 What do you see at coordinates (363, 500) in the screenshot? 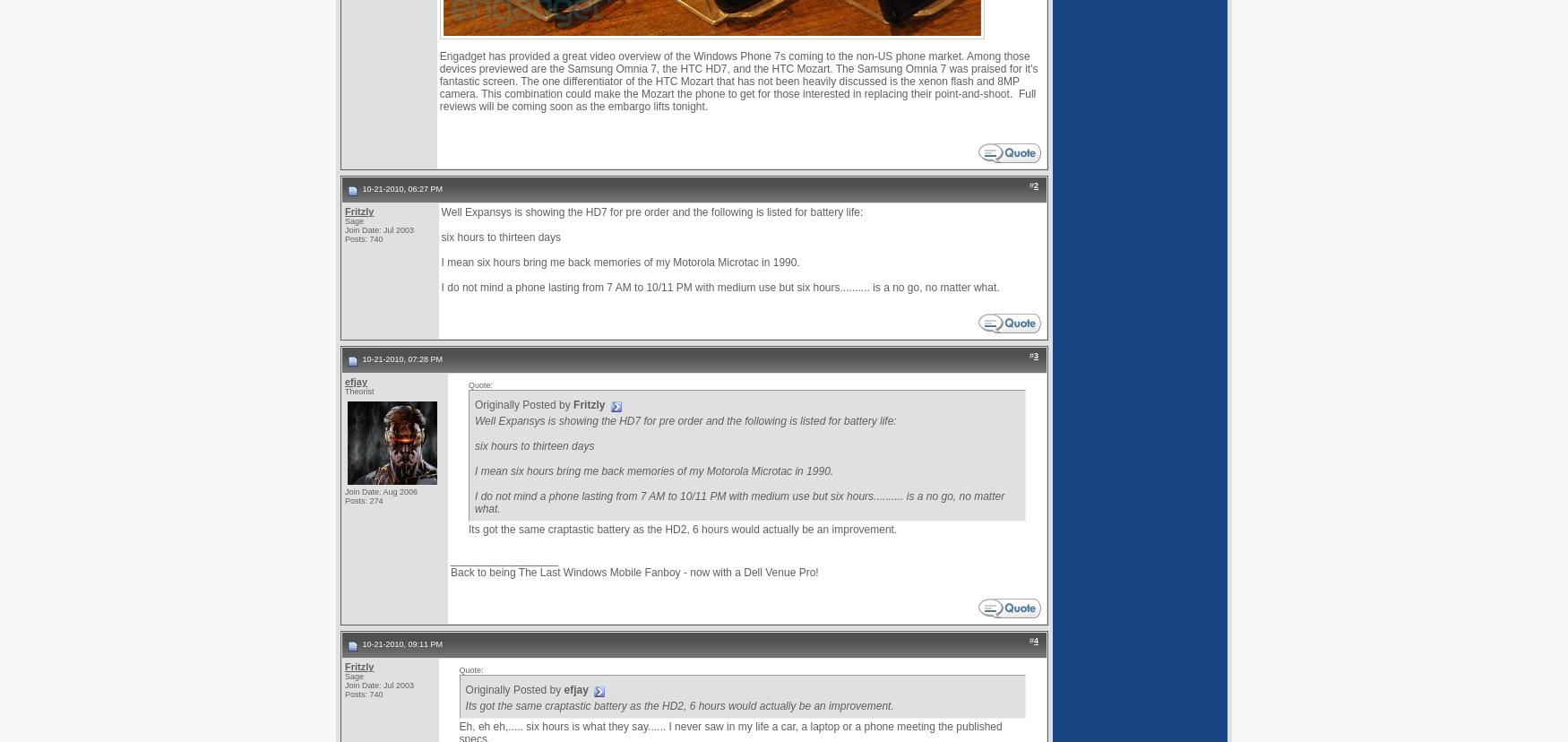
I see `'Posts: 274'` at bounding box center [363, 500].